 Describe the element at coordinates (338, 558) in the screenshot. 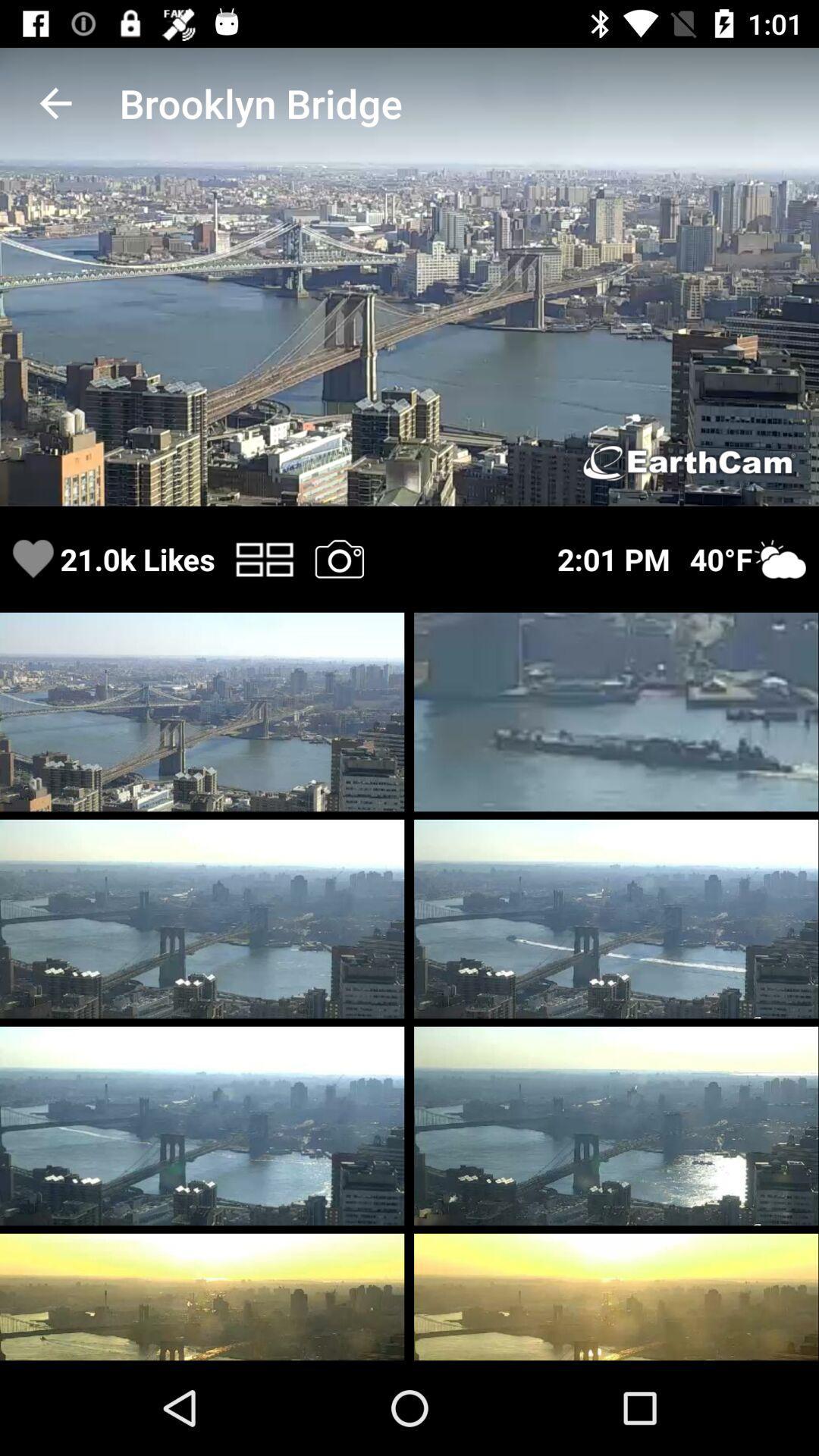

I see `photos` at that location.